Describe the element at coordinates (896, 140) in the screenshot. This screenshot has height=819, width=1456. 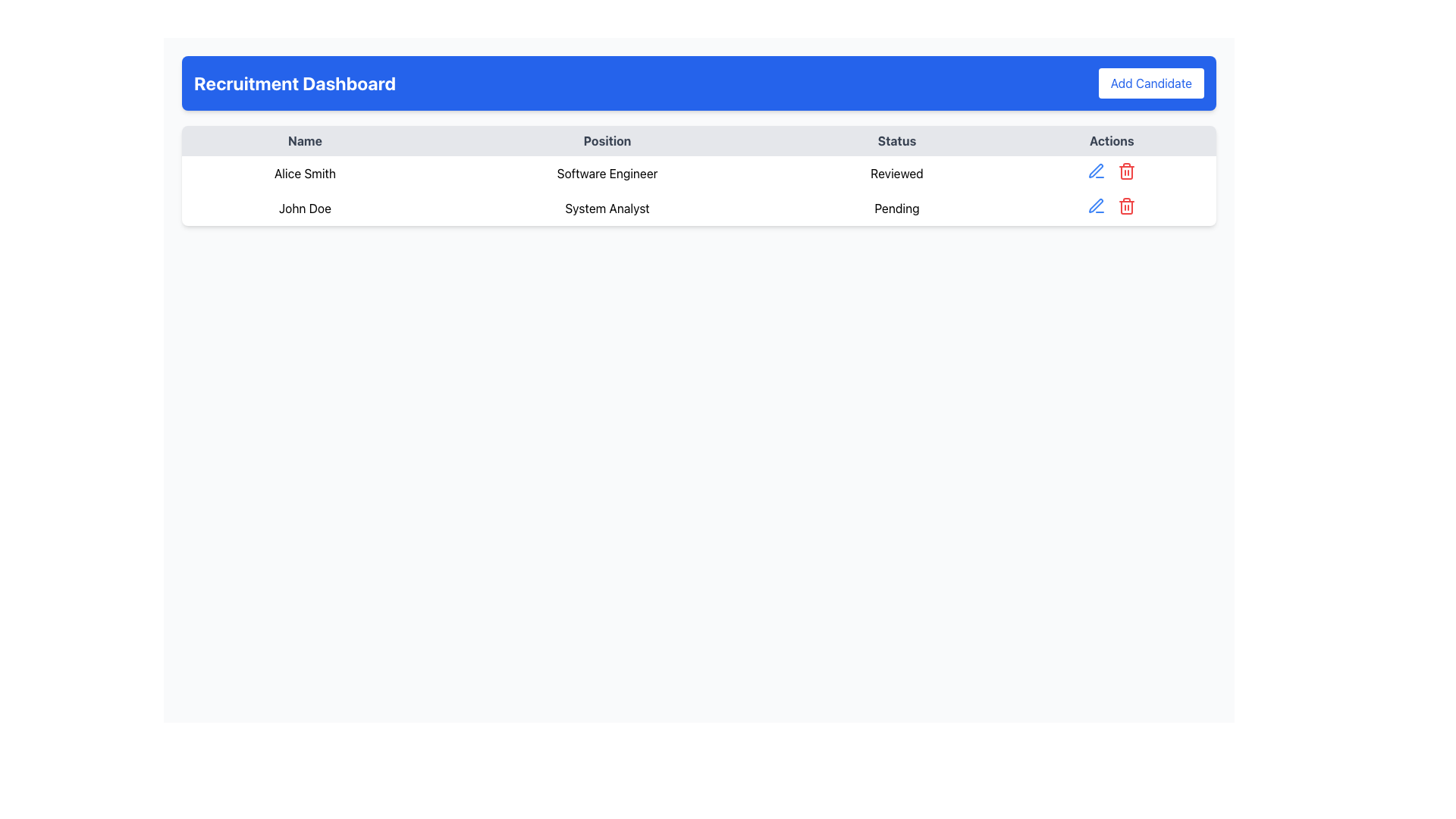
I see `the 'Status' text label, which is the third header in the table, located between 'Position' and 'Actions'` at that location.